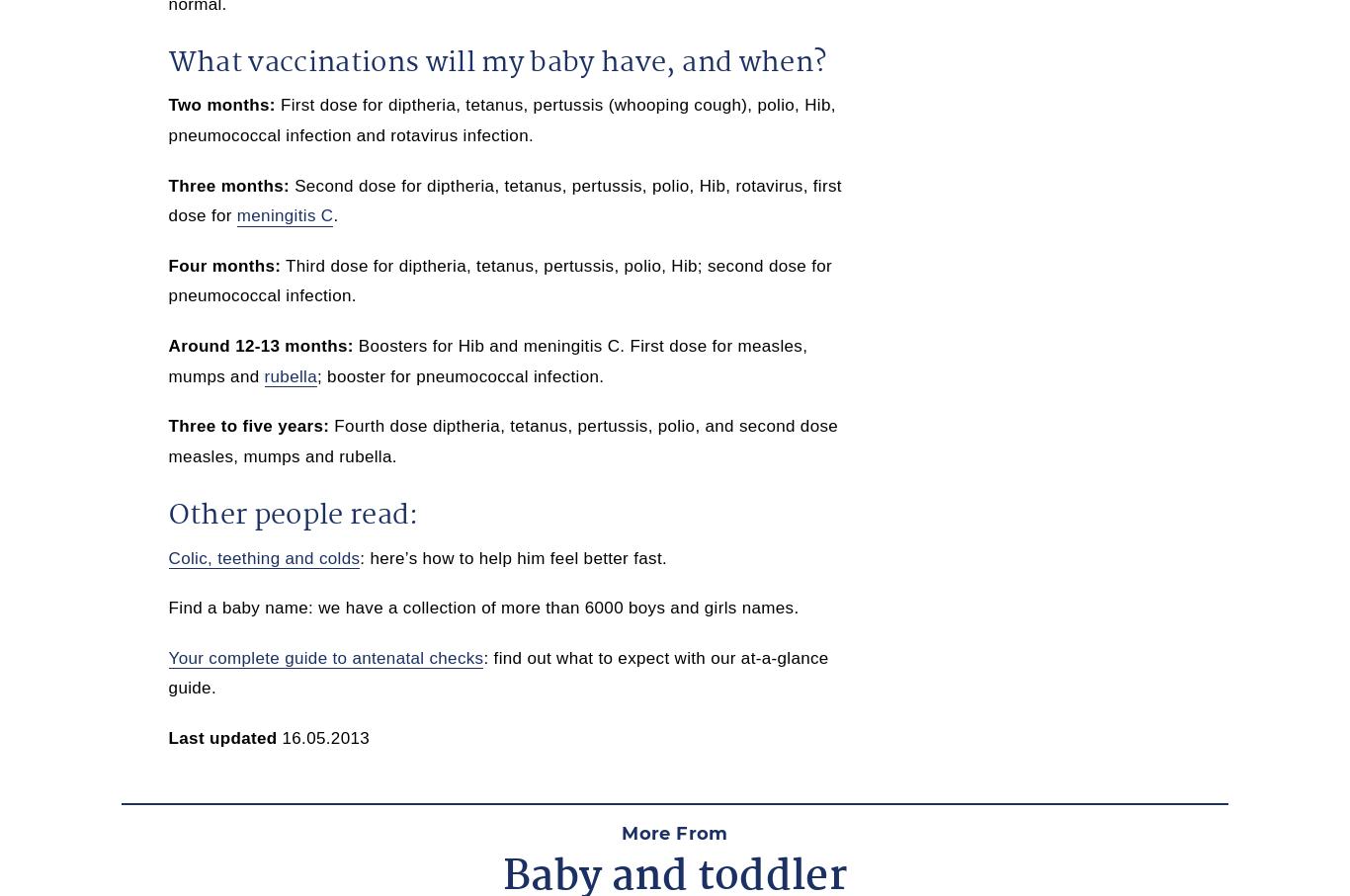  Describe the element at coordinates (220, 104) in the screenshot. I see `'Two months:'` at that location.